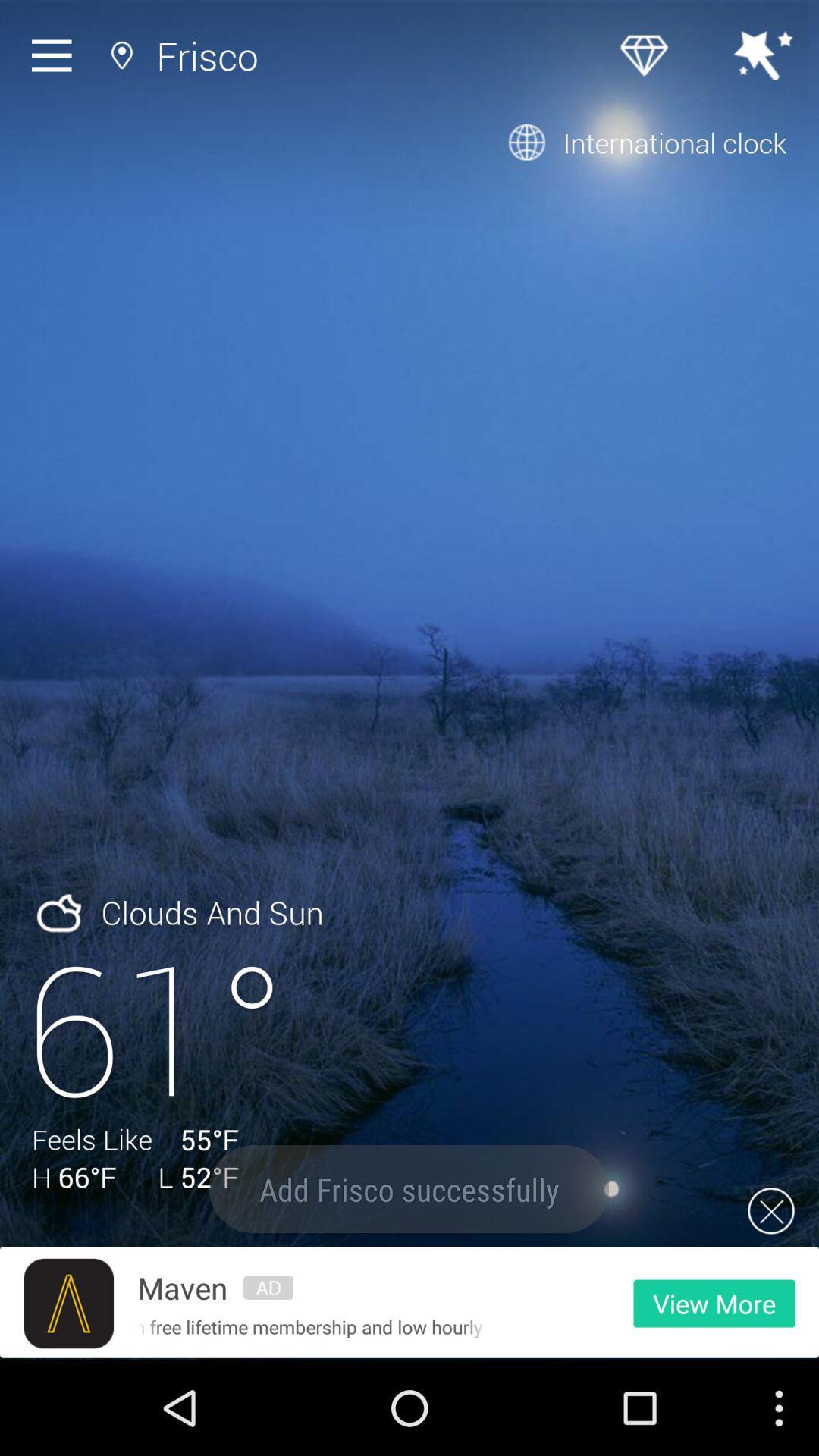 The width and height of the screenshot is (819, 1456). Describe the element at coordinates (771, 1294) in the screenshot. I see `the close icon` at that location.